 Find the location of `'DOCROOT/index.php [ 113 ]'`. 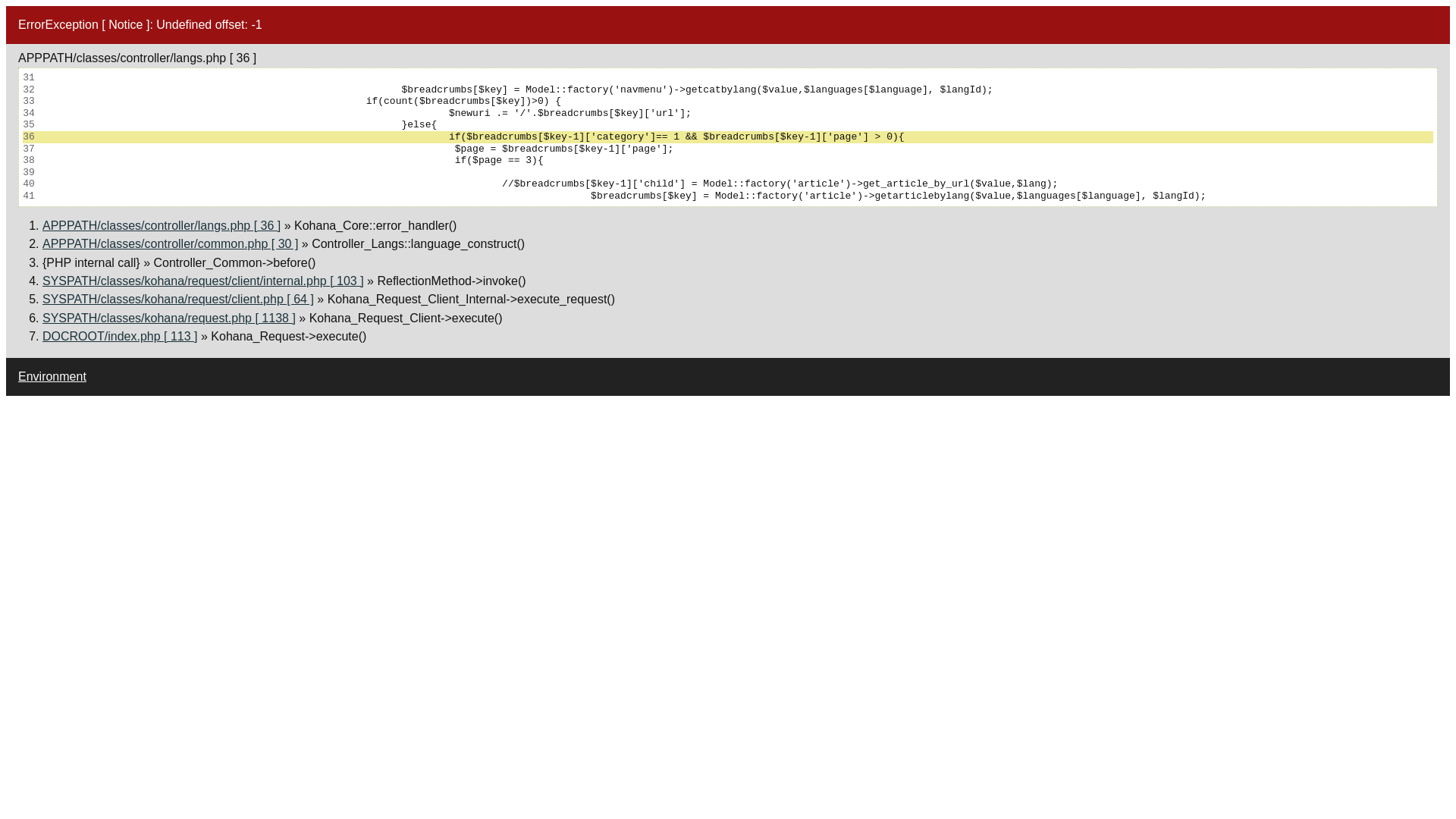

'DOCROOT/index.php [ 113 ]' is located at coordinates (42, 335).